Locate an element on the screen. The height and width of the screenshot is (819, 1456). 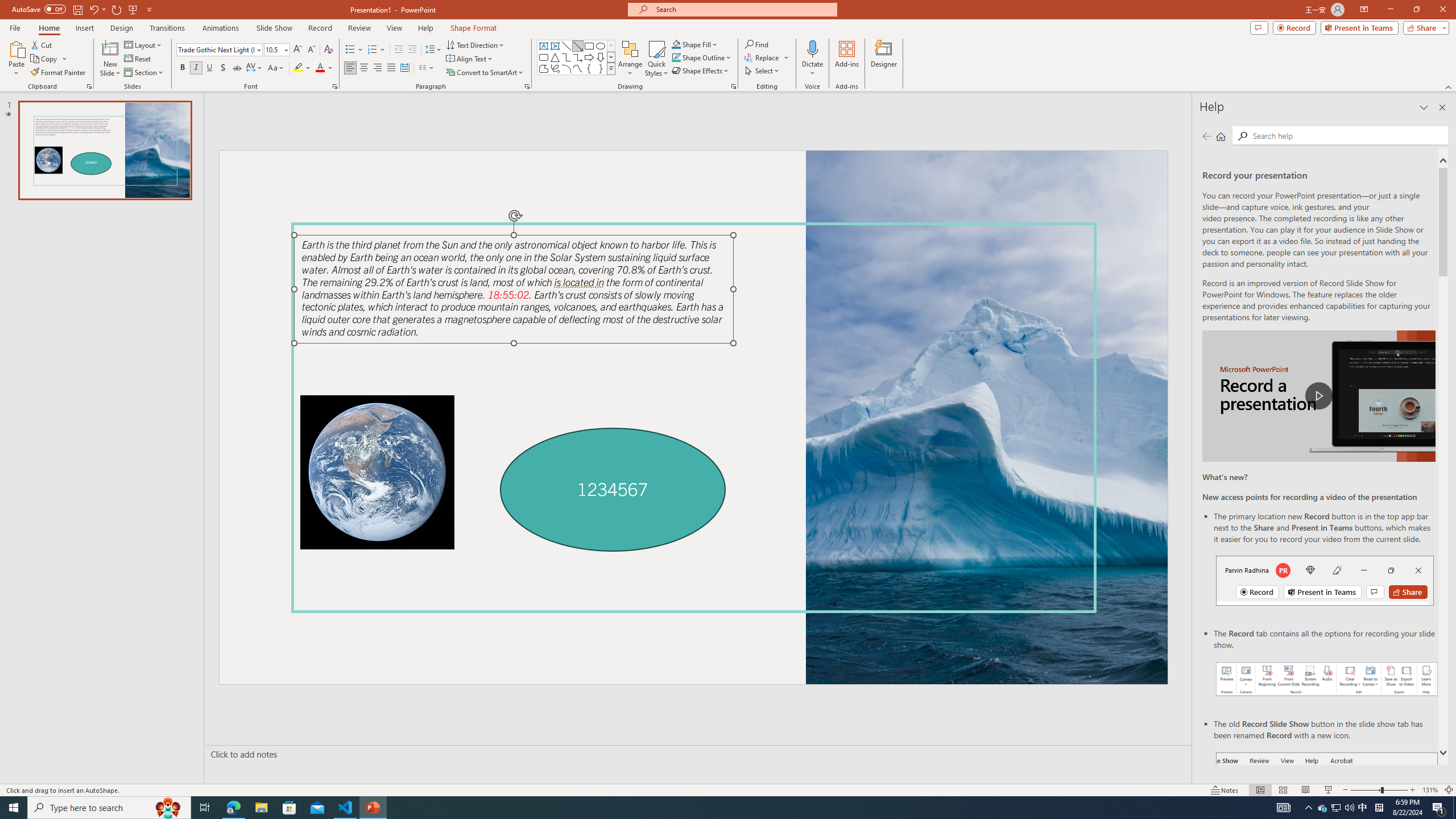
'Previous page' is located at coordinates (1206, 135).